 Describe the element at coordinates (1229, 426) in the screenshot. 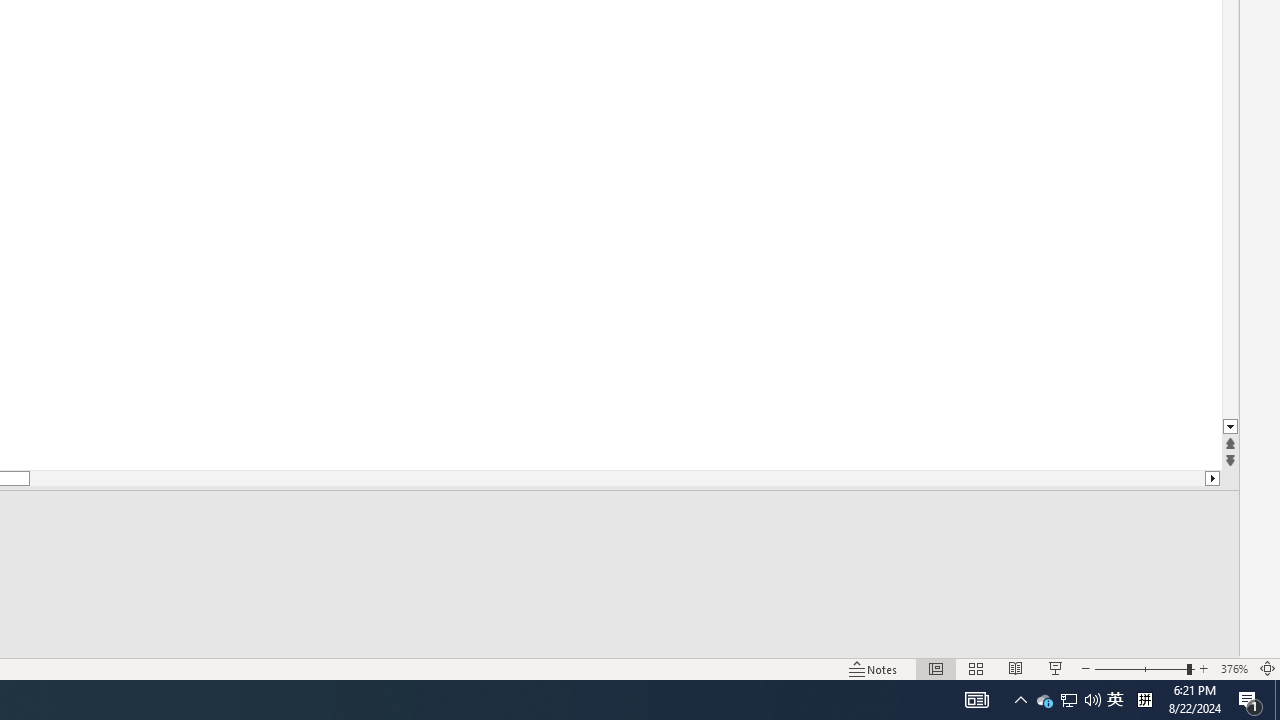

I see `'Line down'` at that location.